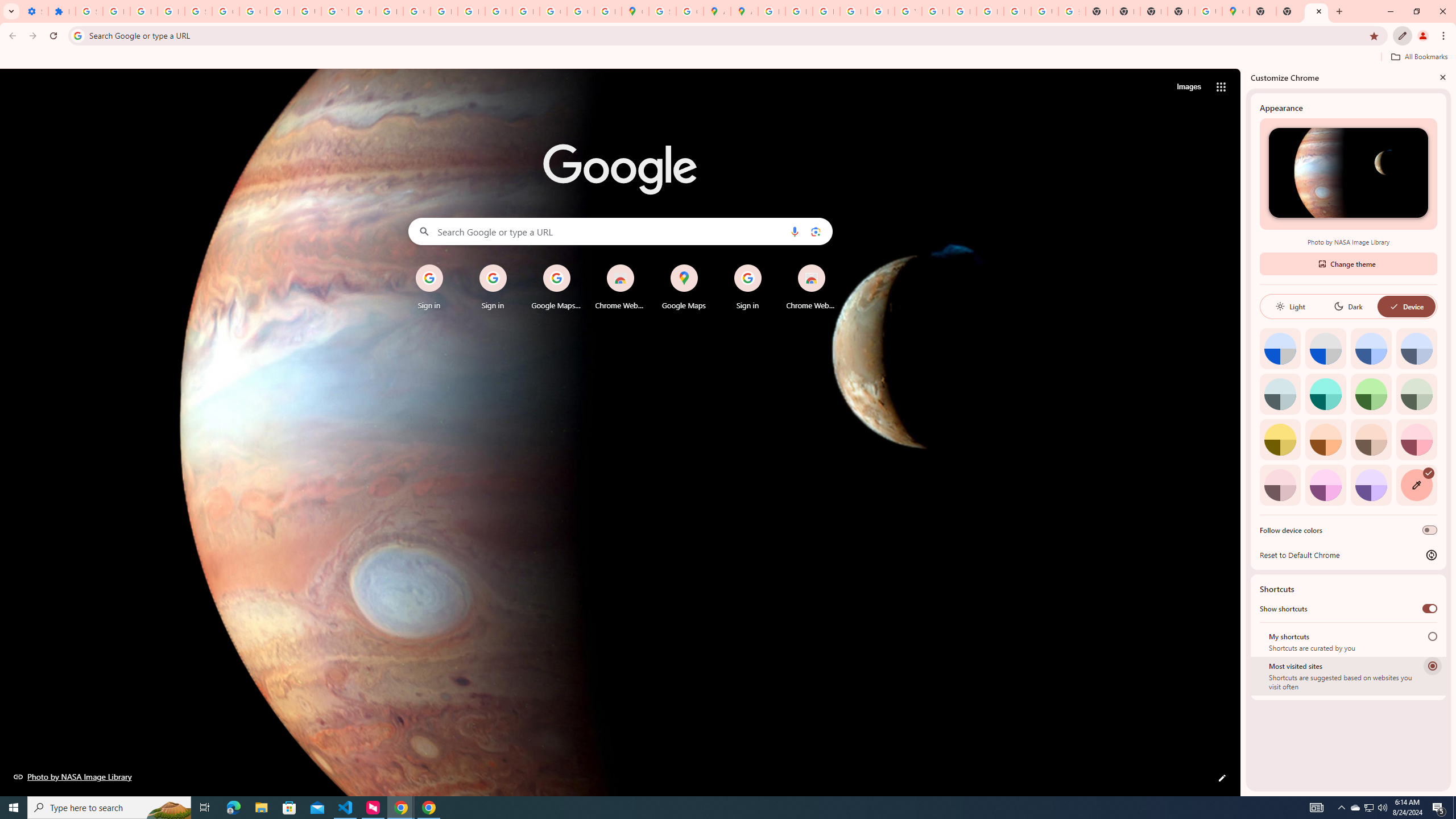  What do you see at coordinates (799, 11) in the screenshot?
I see `'Privacy Help Center - Policies Help'` at bounding box center [799, 11].